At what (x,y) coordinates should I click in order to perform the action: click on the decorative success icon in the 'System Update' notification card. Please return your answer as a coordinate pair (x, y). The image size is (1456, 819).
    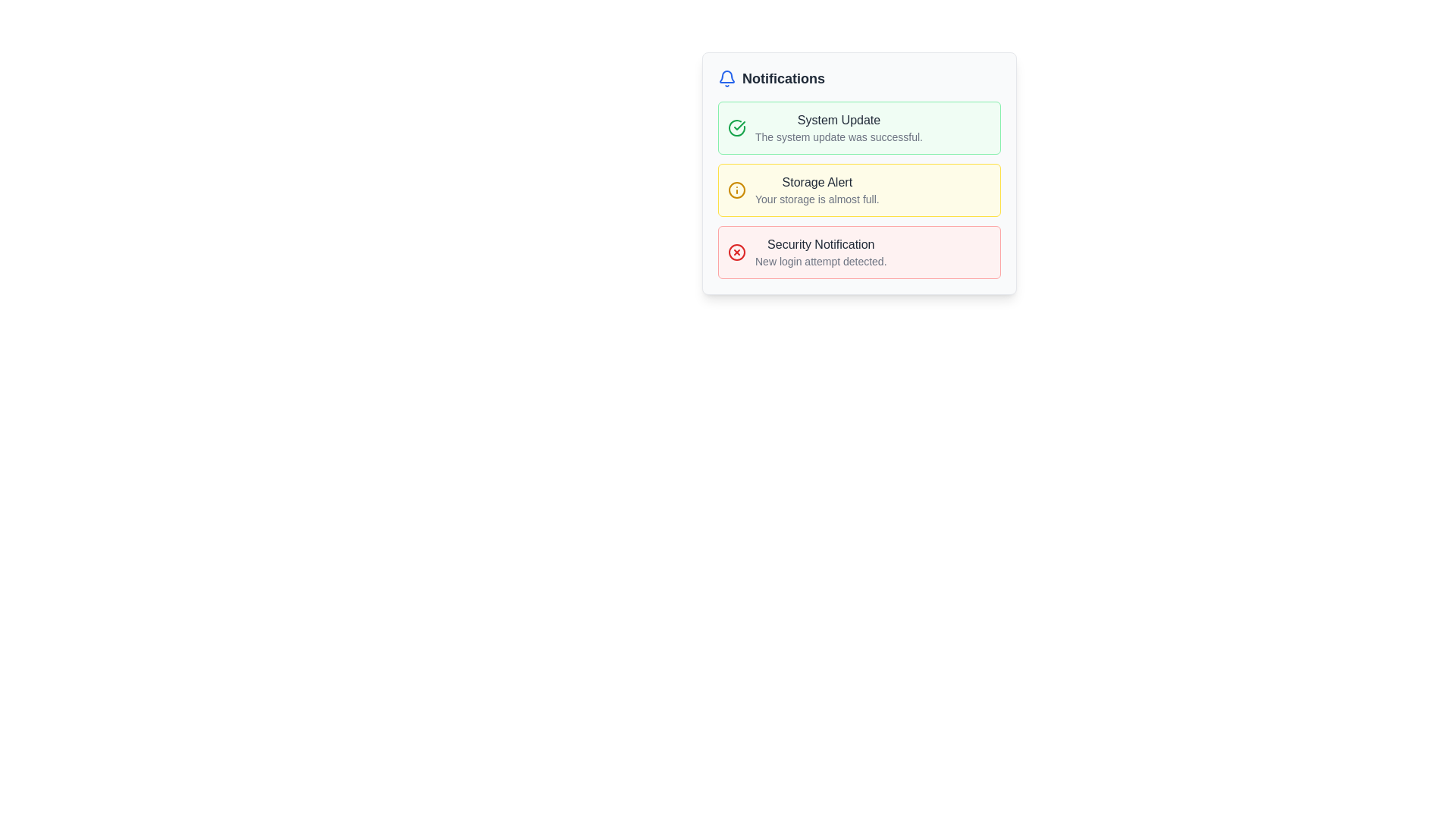
    Looking at the image, I should click on (736, 127).